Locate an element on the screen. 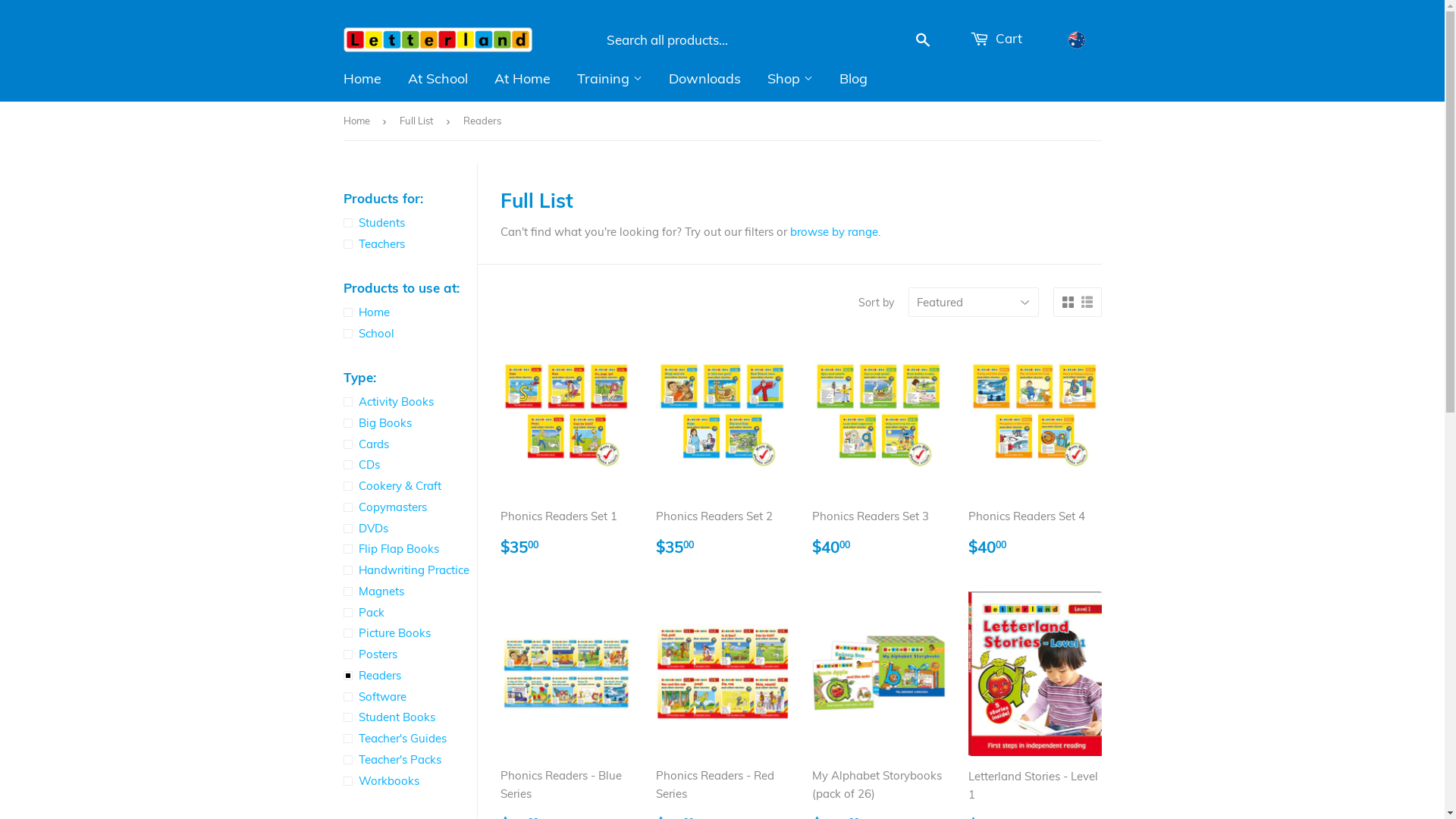 The width and height of the screenshot is (1456, 819). 'School' is located at coordinates (409, 332).